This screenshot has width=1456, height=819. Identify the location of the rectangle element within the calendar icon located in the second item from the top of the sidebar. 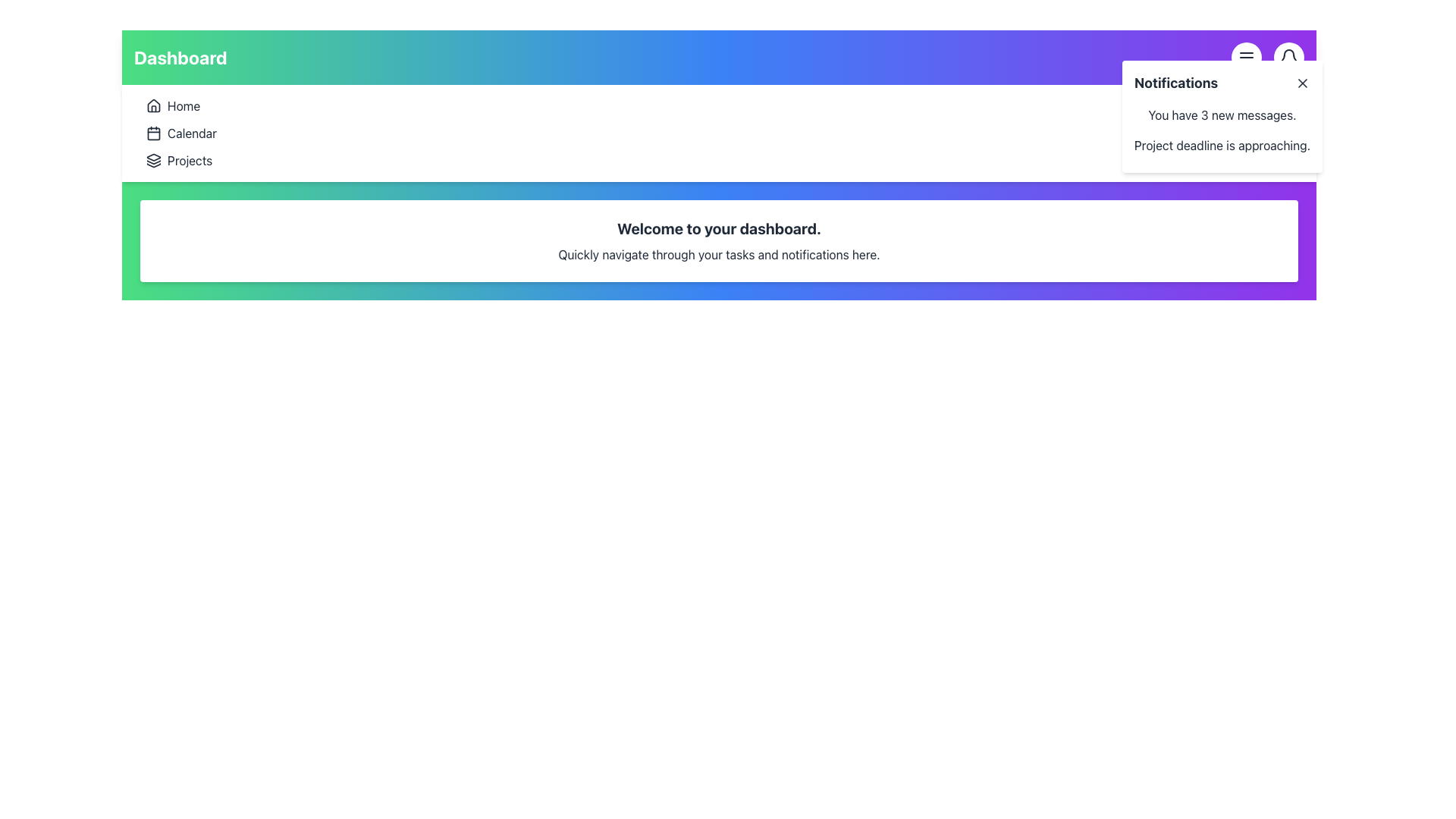
(153, 133).